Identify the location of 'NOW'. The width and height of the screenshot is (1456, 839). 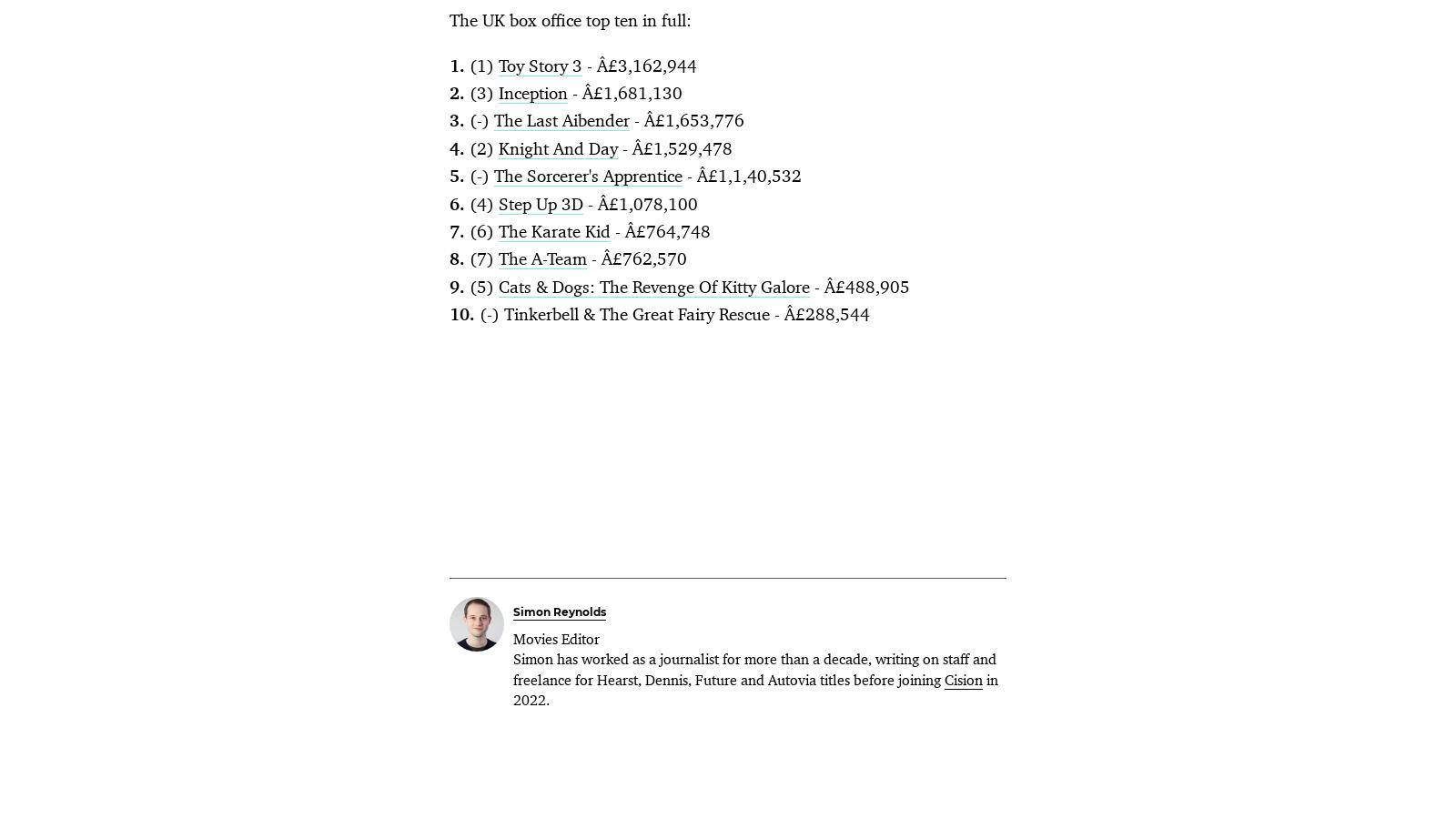
(997, 352).